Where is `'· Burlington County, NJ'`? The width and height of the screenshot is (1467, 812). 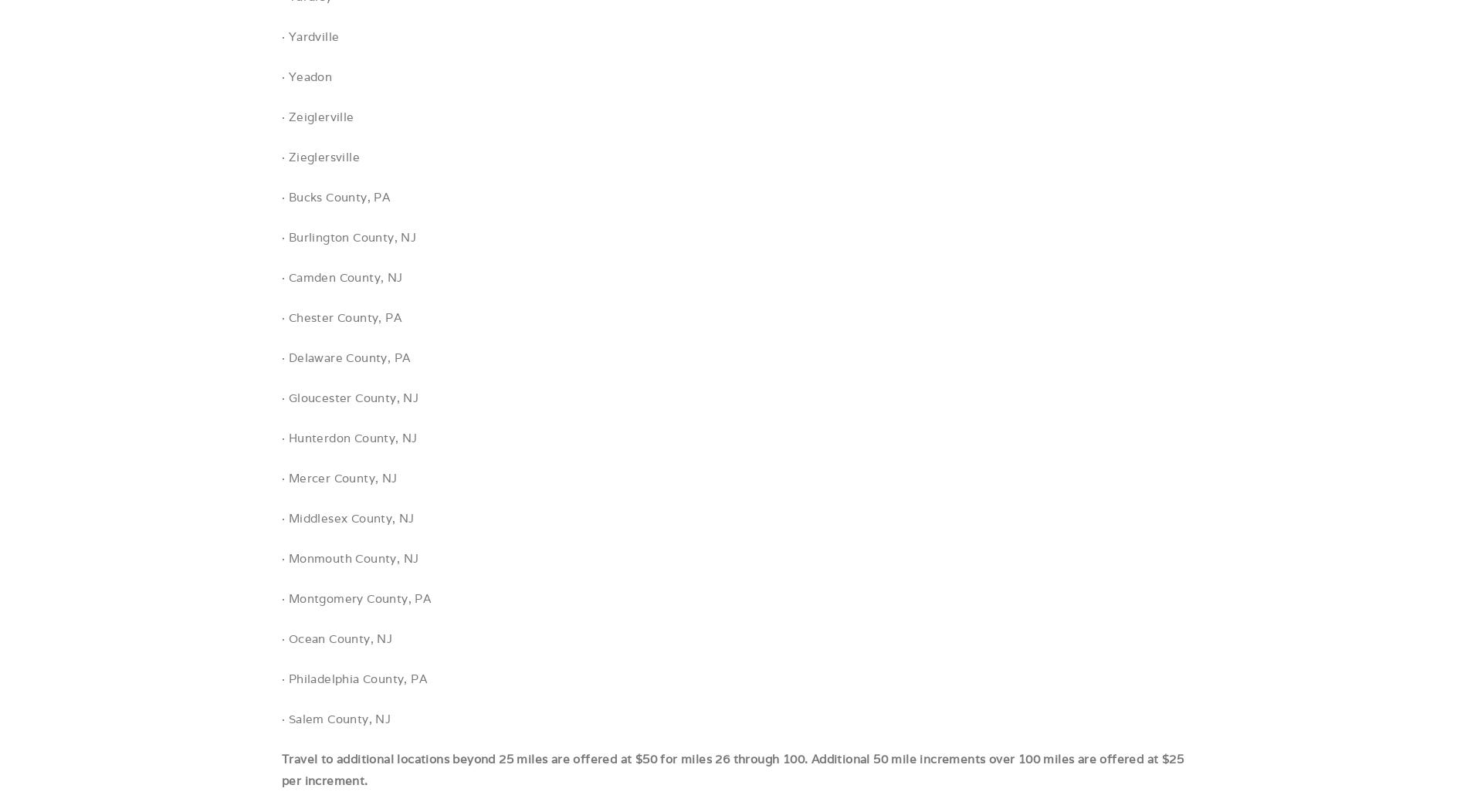
'· Burlington County, NJ' is located at coordinates (348, 237).